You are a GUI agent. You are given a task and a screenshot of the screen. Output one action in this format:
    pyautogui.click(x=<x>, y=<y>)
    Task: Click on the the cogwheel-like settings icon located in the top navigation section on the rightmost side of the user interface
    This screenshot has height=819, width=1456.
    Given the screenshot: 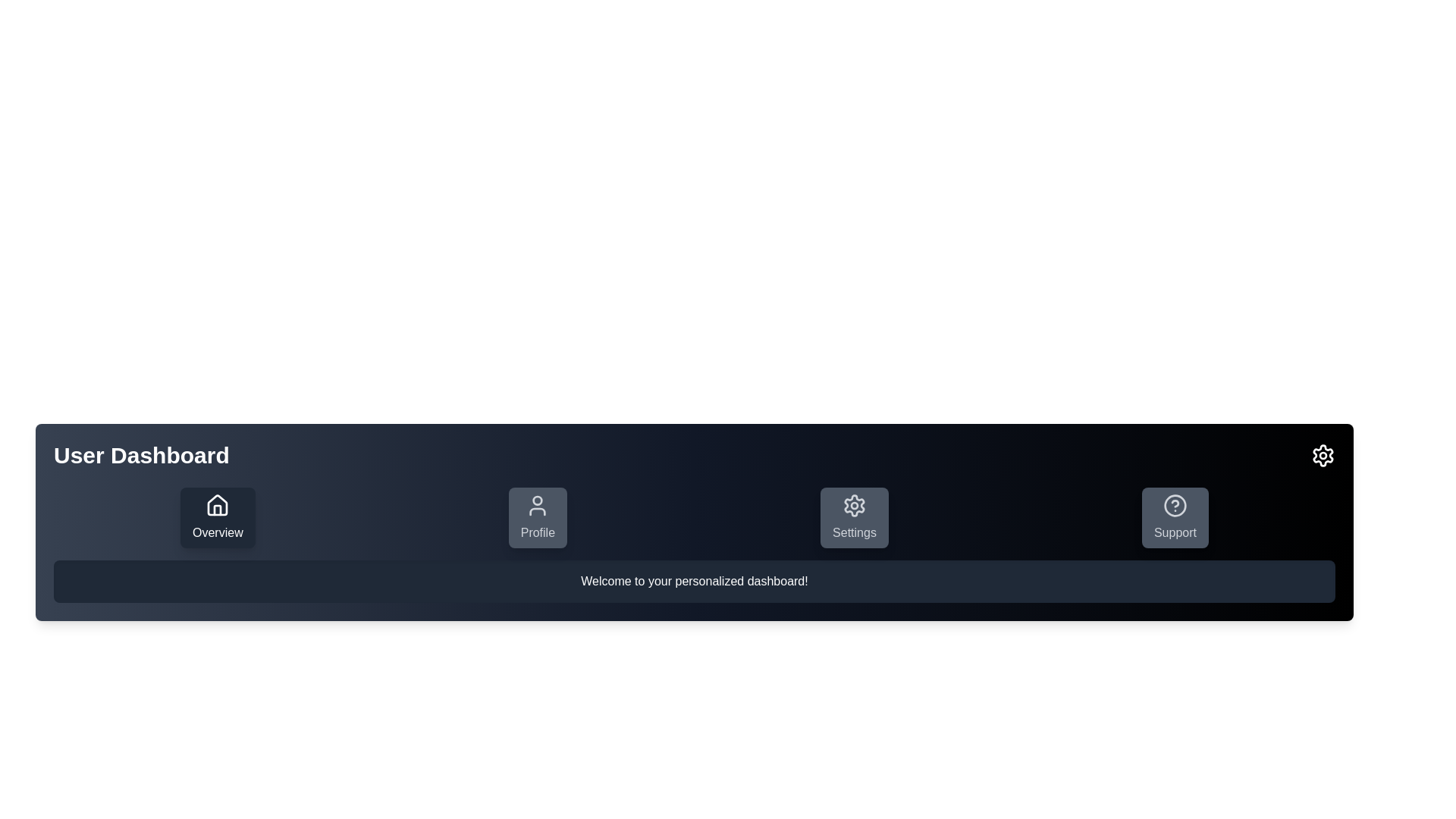 What is the action you would take?
    pyautogui.click(x=1323, y=455)
    